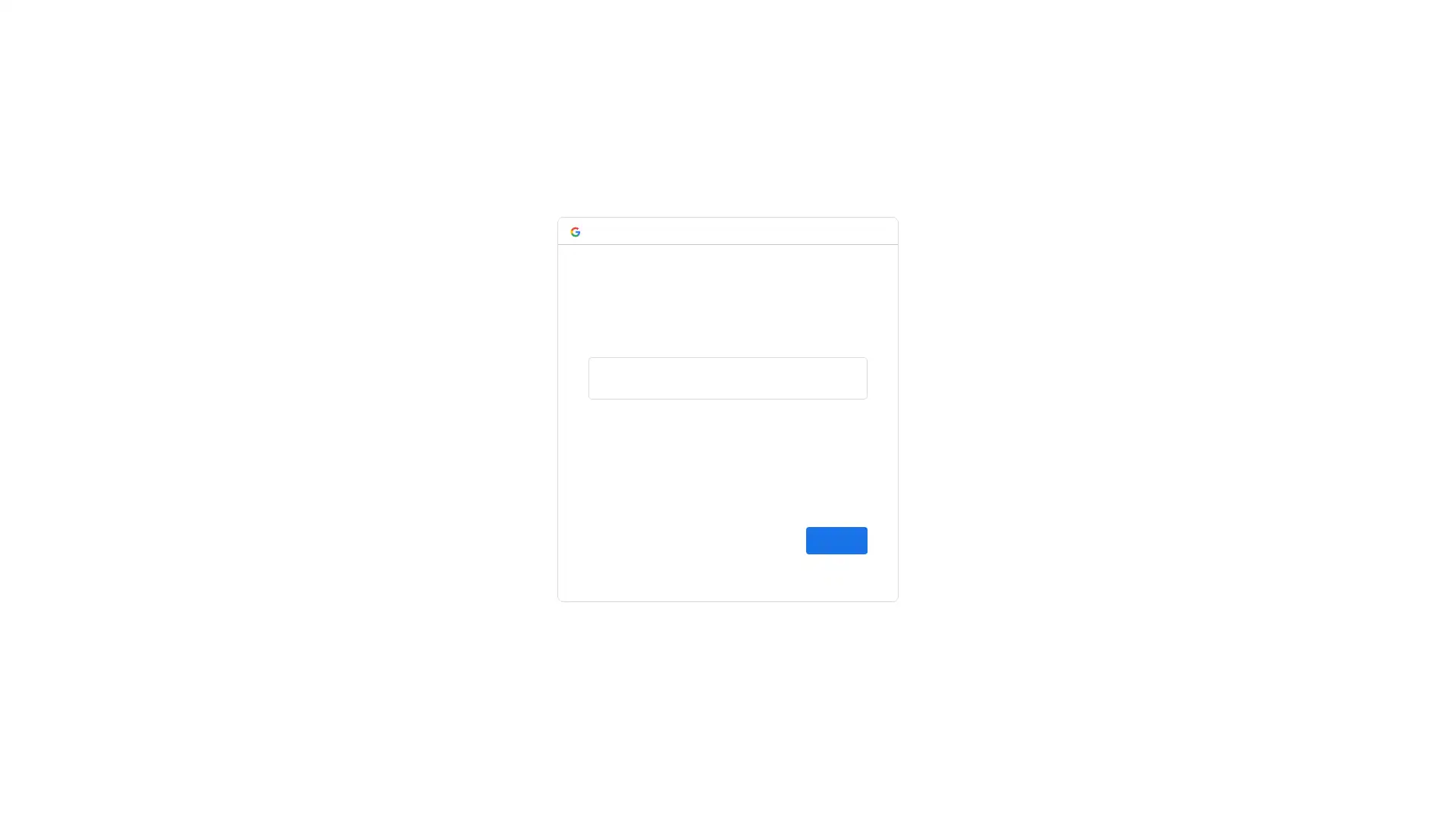  What do you see at coordinates (836, 540) in the screenshot?
I see `Next` at bounding box center [836, 540].